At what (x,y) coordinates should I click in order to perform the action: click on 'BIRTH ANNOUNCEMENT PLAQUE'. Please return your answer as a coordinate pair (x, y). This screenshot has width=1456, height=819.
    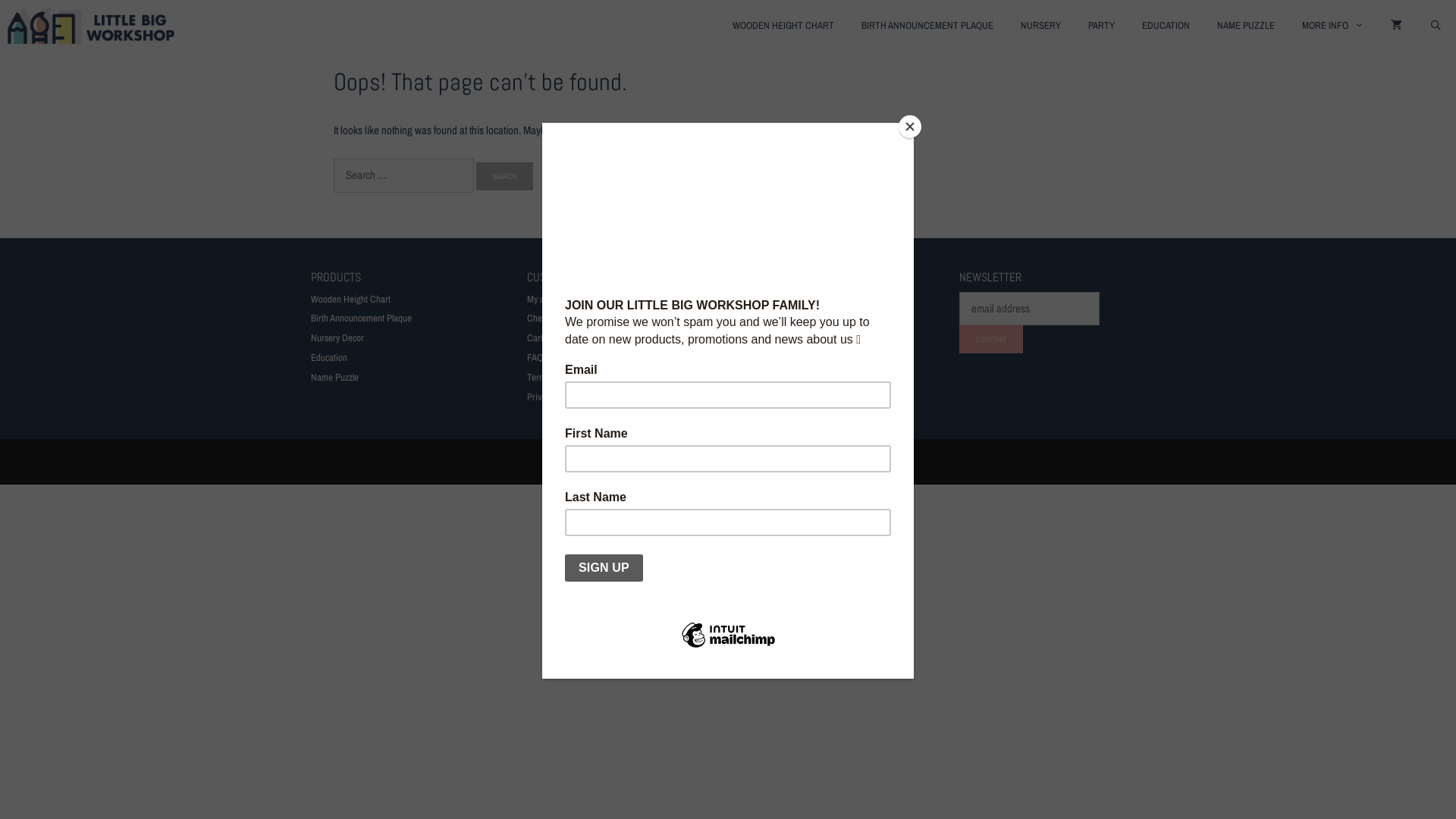
    Looking at the image, I should click on (927, 26).